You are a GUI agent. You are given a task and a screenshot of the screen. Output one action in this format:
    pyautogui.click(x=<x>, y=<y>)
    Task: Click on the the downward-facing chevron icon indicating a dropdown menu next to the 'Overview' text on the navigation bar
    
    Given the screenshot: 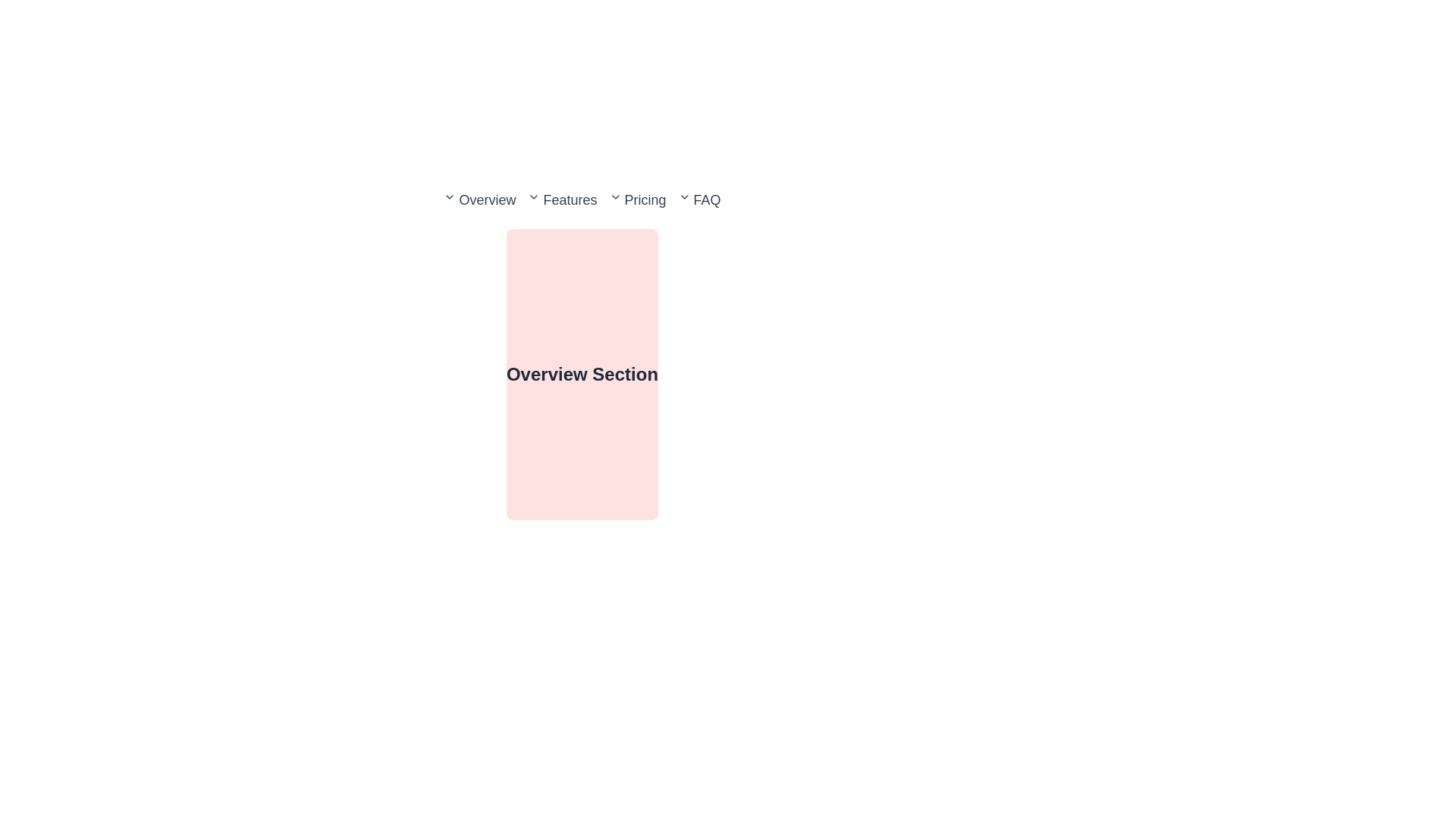 What is the action you would take?
    pyautogui.click(x=449, y=196)
    